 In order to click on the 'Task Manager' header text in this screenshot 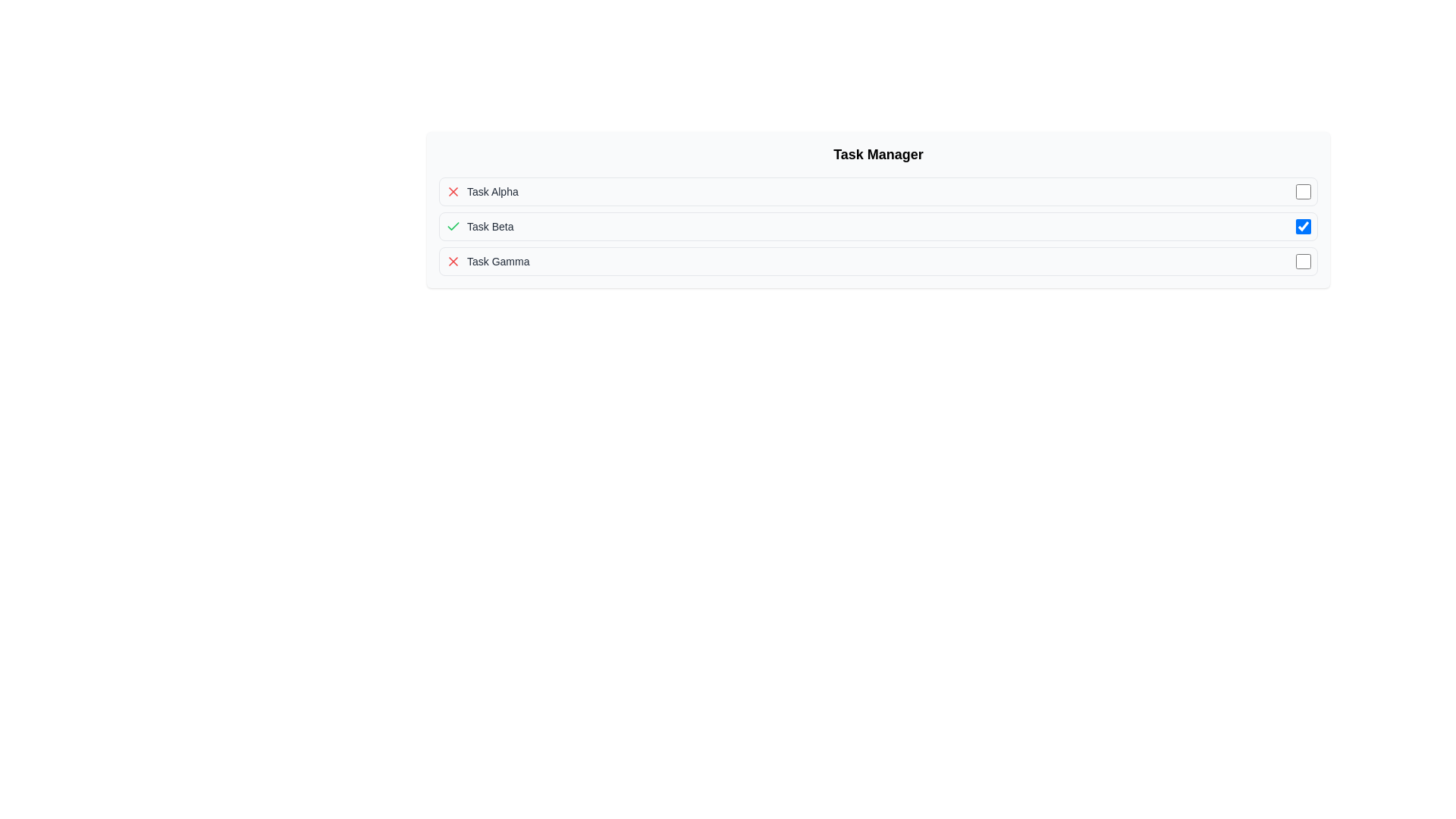, I will do `click(878, 155)`.